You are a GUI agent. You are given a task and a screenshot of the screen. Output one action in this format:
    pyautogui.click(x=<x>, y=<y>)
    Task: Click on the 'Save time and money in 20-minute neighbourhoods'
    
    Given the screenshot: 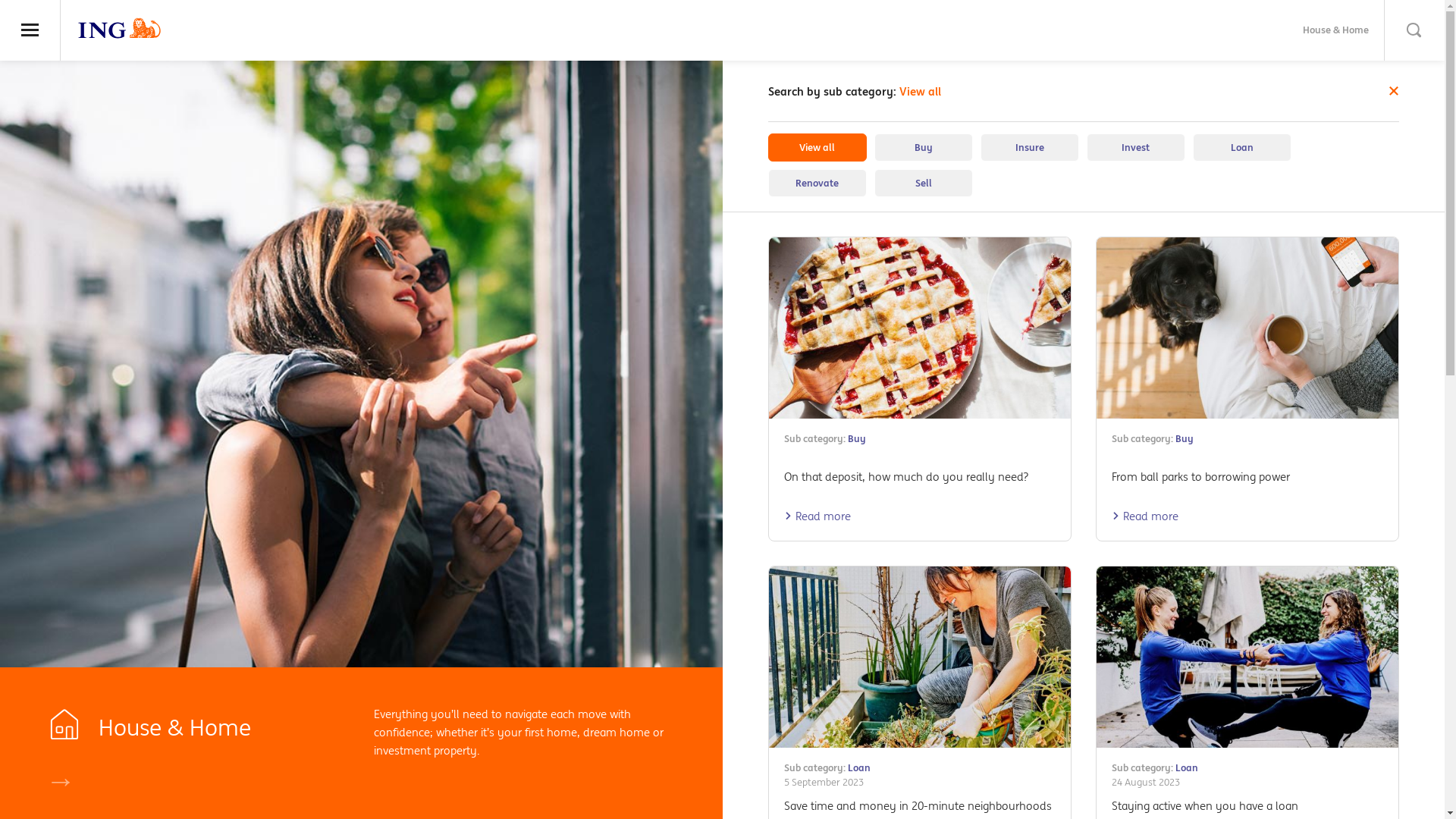 What is the action you would take?
    pyautogui.click(x=783, y=805)
    